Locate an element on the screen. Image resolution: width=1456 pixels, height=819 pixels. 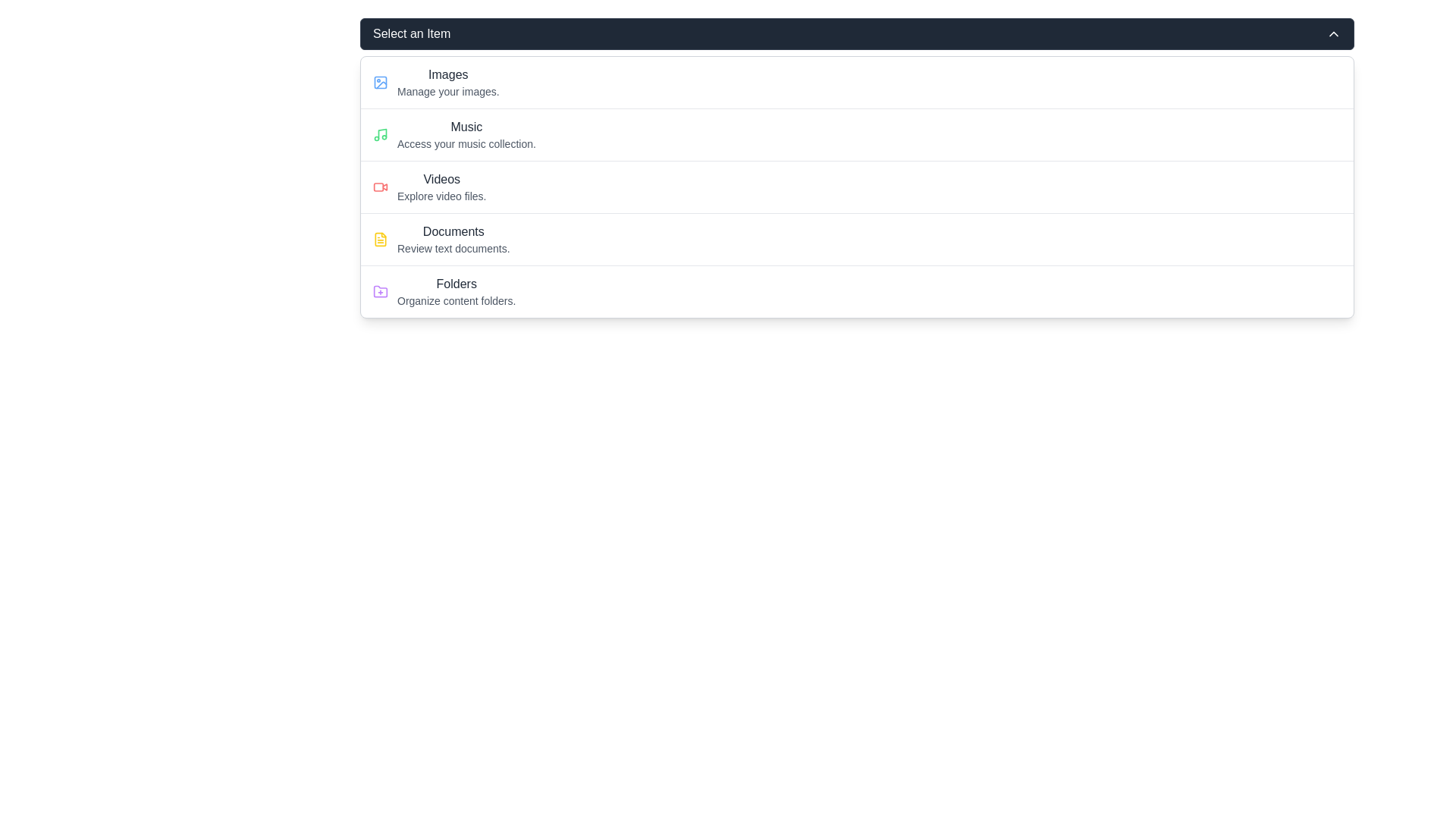
the second list item in the vertical menu is located at coordinates (857, 133).